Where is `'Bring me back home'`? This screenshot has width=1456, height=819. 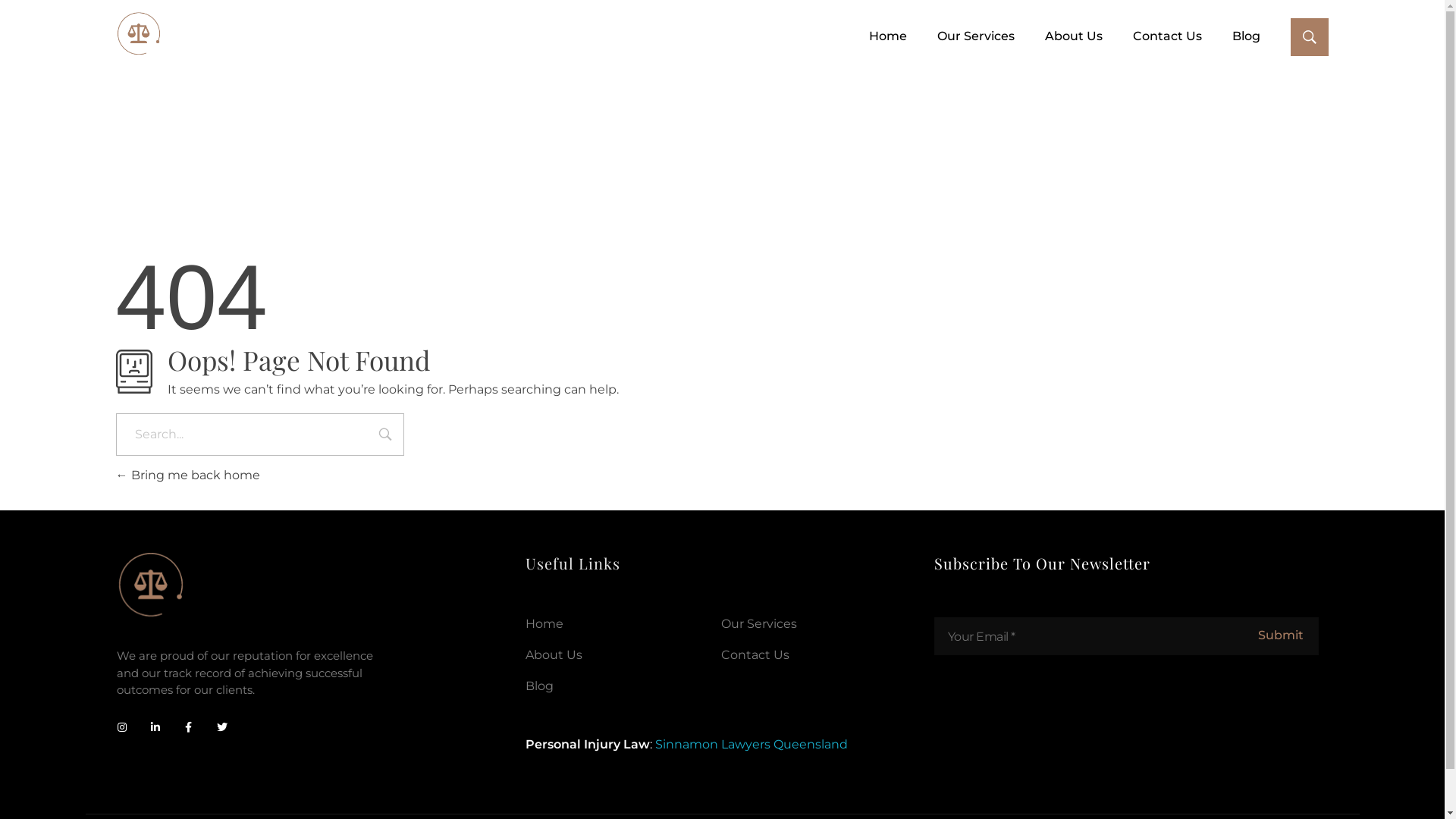 'Bring me back home' is located at coordinates (186, 474).